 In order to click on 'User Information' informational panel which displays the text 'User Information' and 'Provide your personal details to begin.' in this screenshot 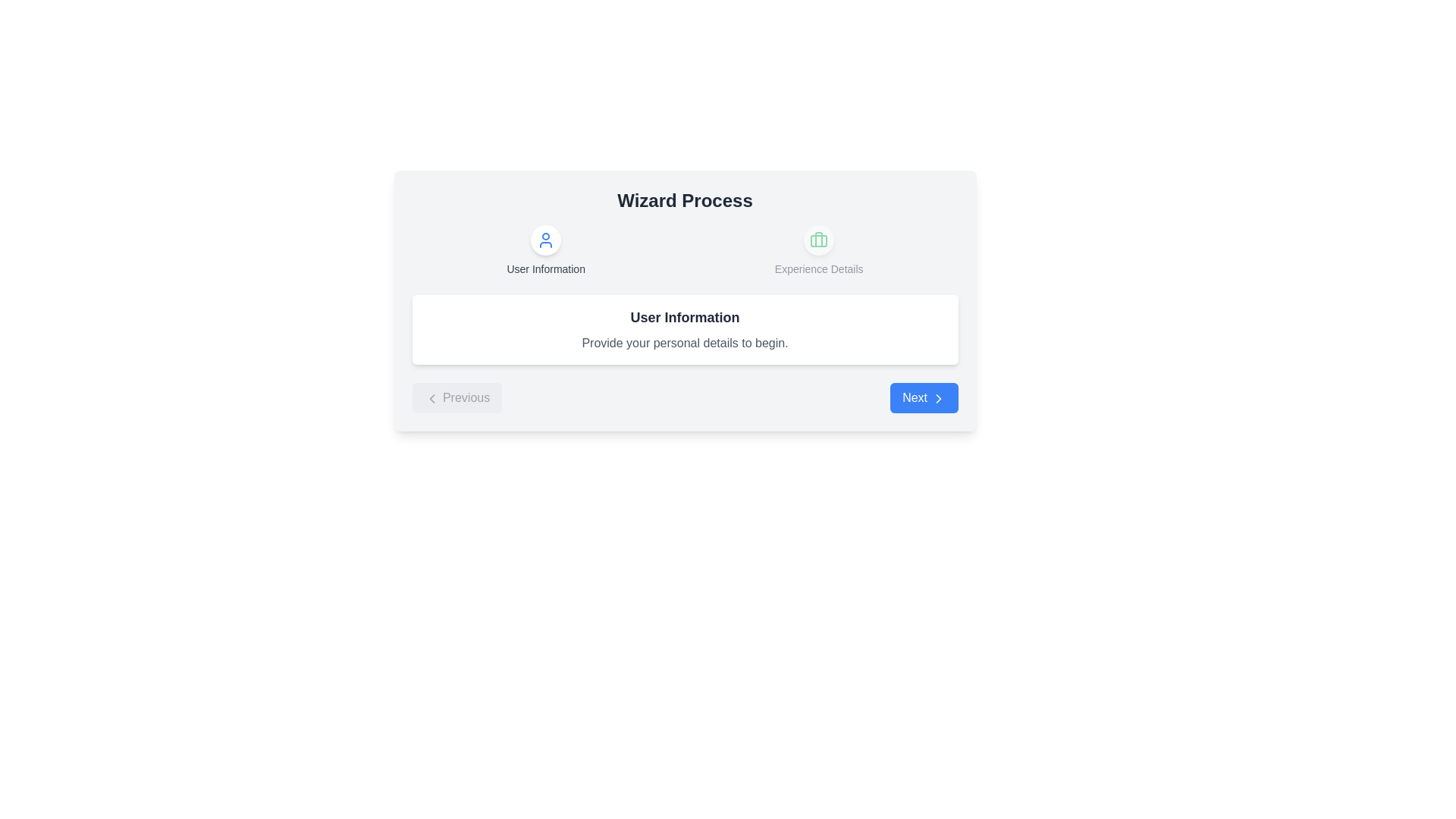, I will do `click(684, 329)`.